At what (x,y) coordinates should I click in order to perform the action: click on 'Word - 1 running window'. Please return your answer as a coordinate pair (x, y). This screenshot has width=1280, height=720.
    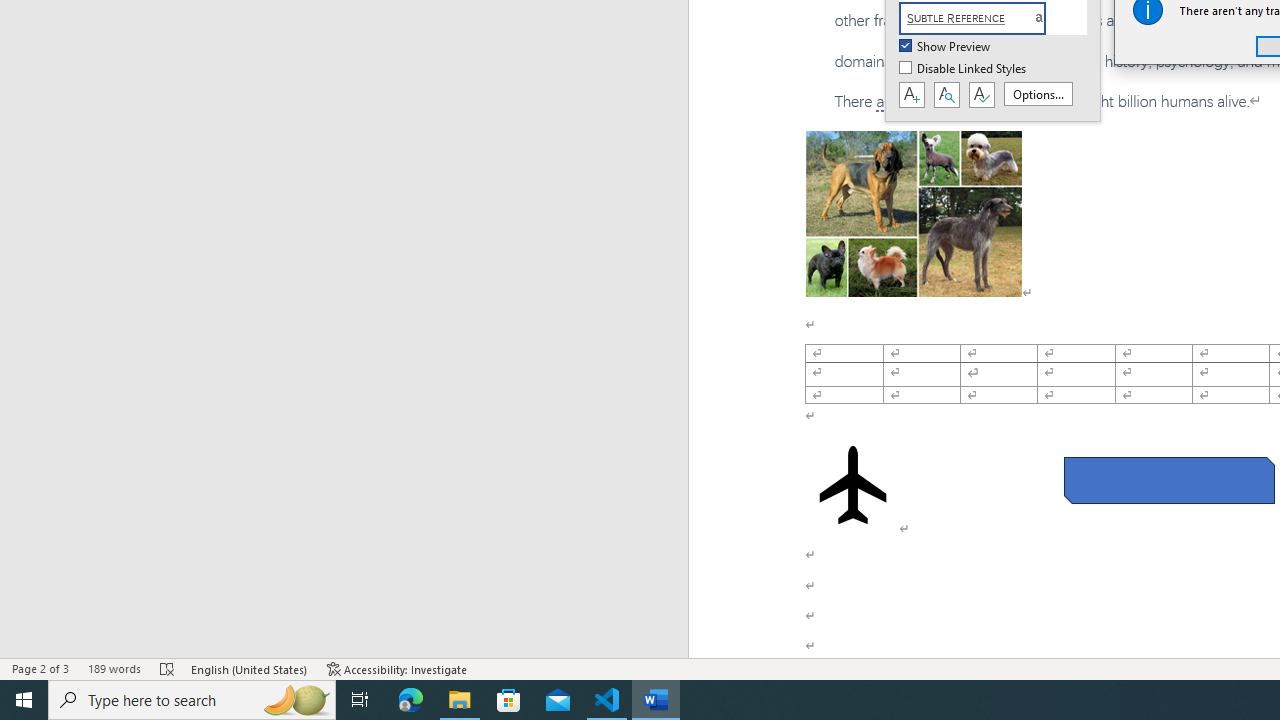
    Looking at the image, I should click on (656, 698).